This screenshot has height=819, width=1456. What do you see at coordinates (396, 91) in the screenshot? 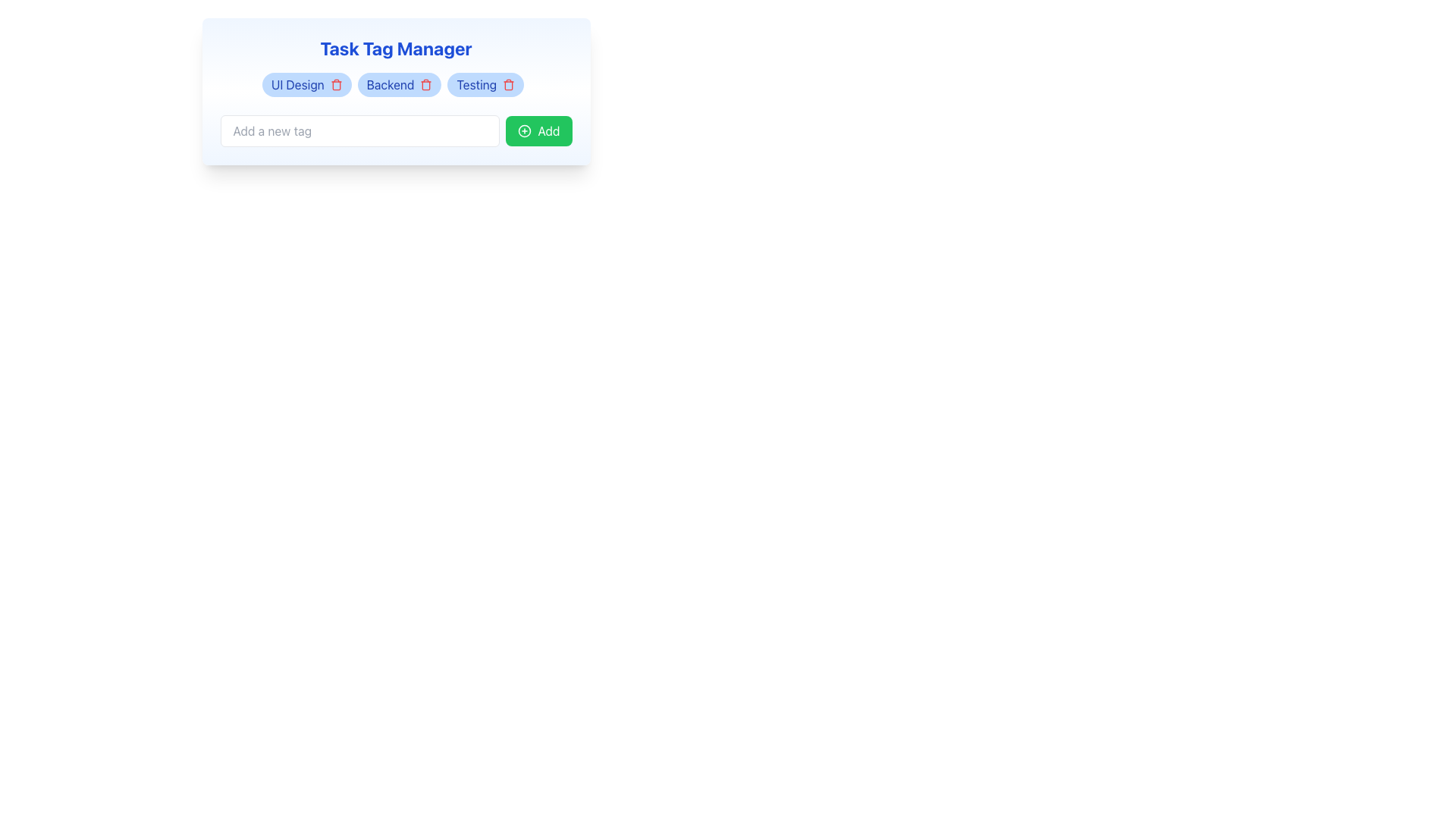
I see `the 'Backend' tag label, which is the second label in a row of three under the 'Task Tag Manager' header` at bounding box center [396, 91].